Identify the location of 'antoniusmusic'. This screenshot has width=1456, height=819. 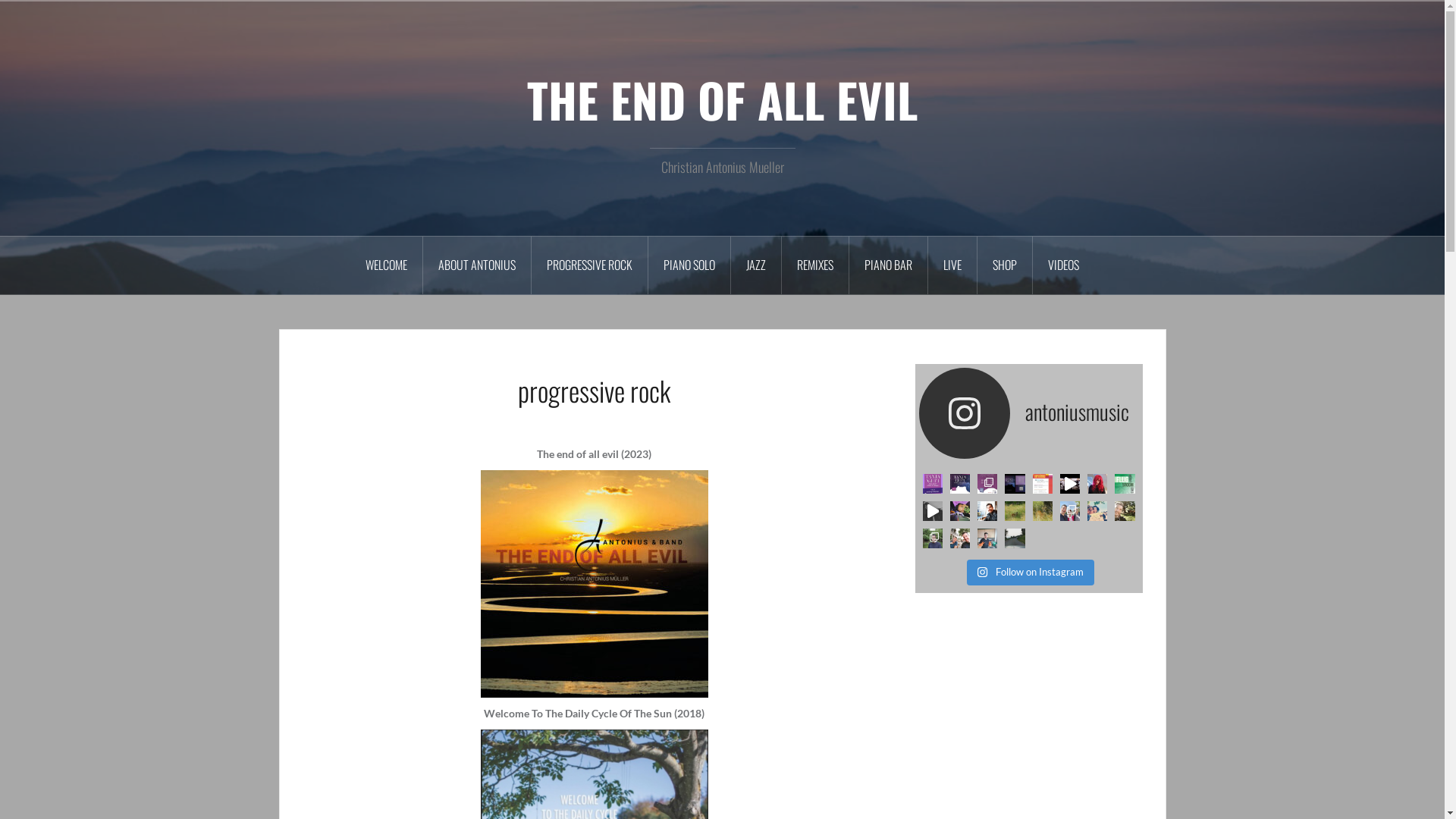
(1029, 413).